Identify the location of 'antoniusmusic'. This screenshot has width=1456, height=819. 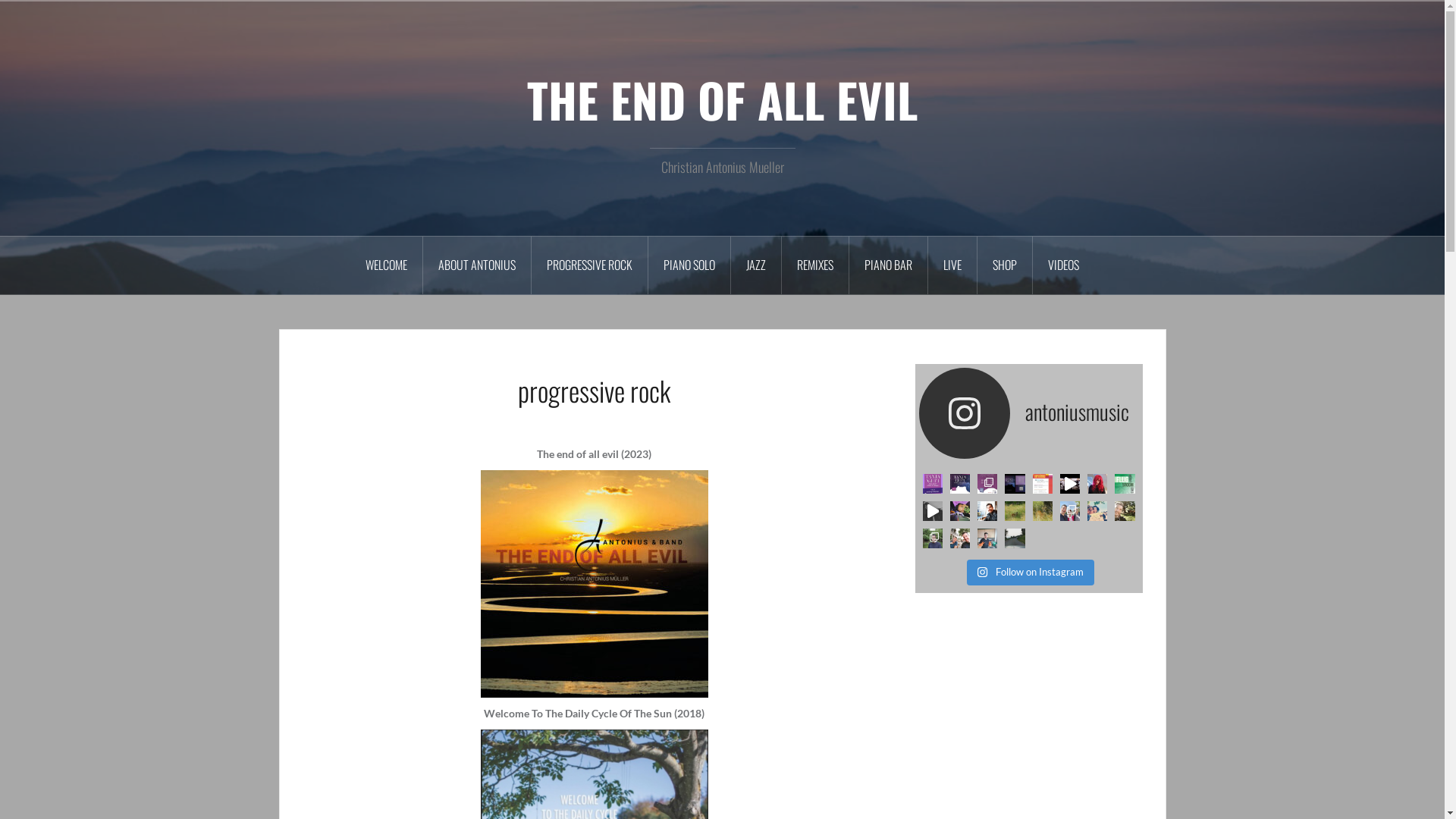
(1029, 413).